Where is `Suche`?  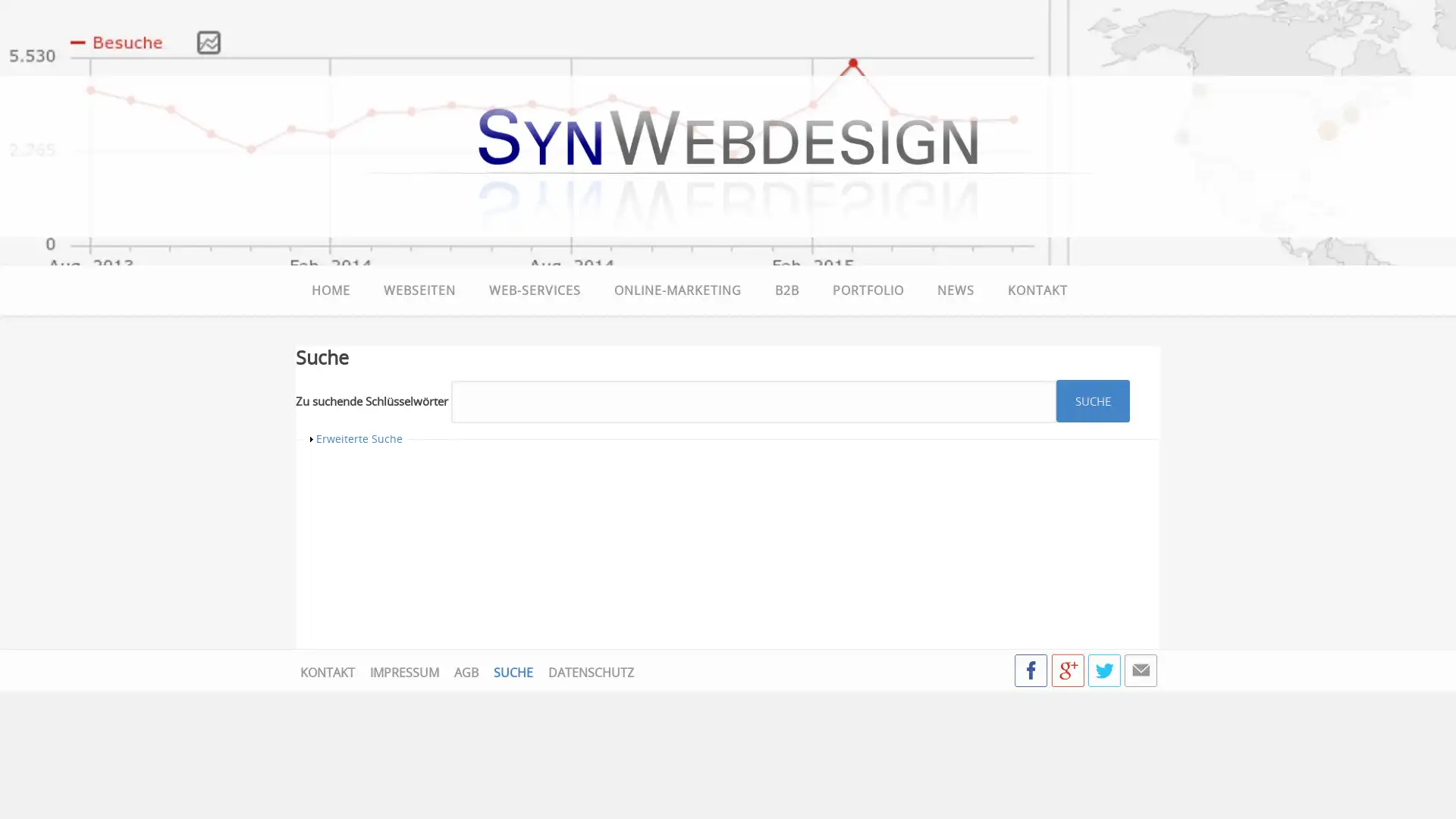
Suche is located at coordinates (1093, 400).